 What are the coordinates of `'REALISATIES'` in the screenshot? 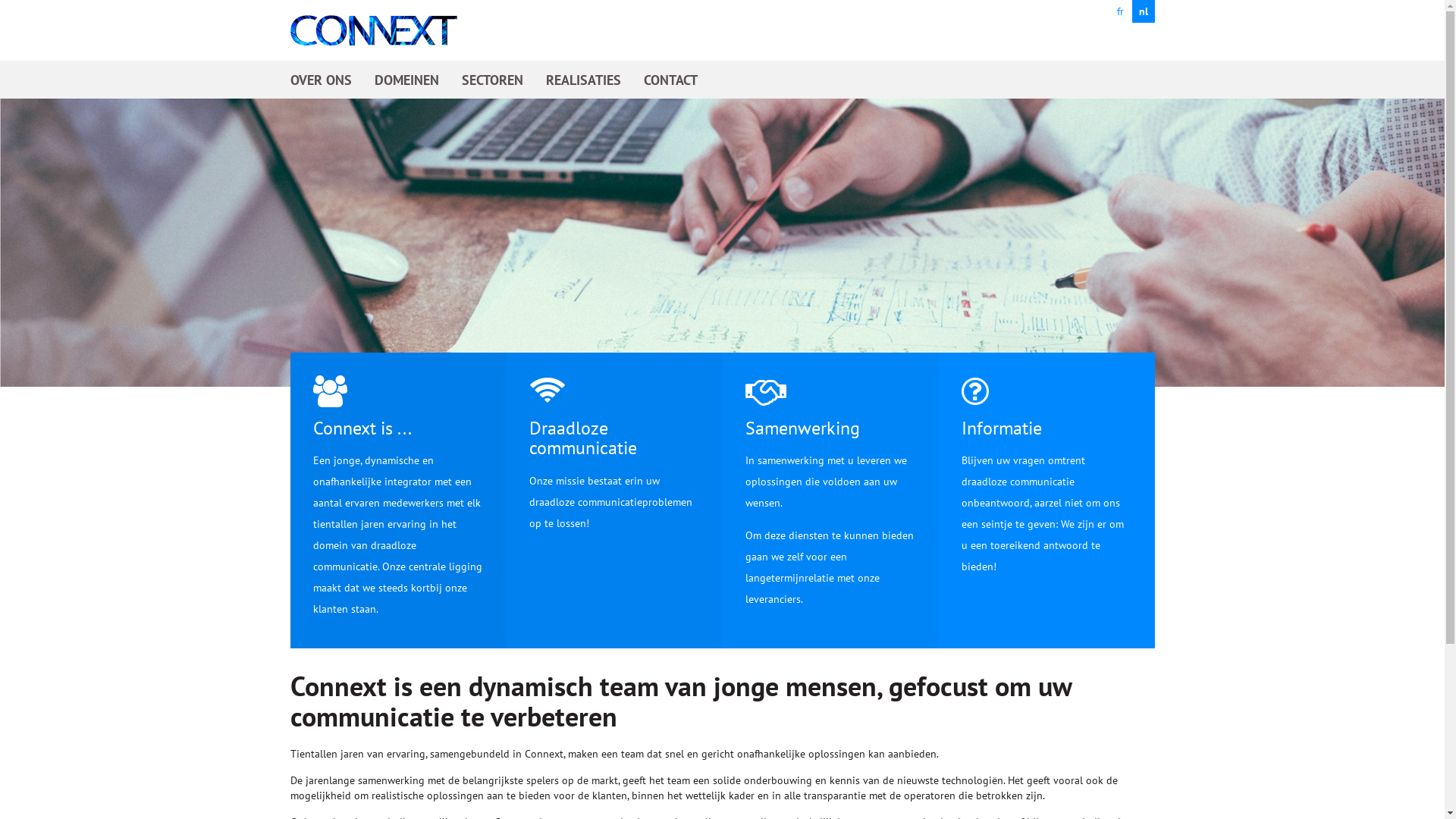 It's located at (546, 79).